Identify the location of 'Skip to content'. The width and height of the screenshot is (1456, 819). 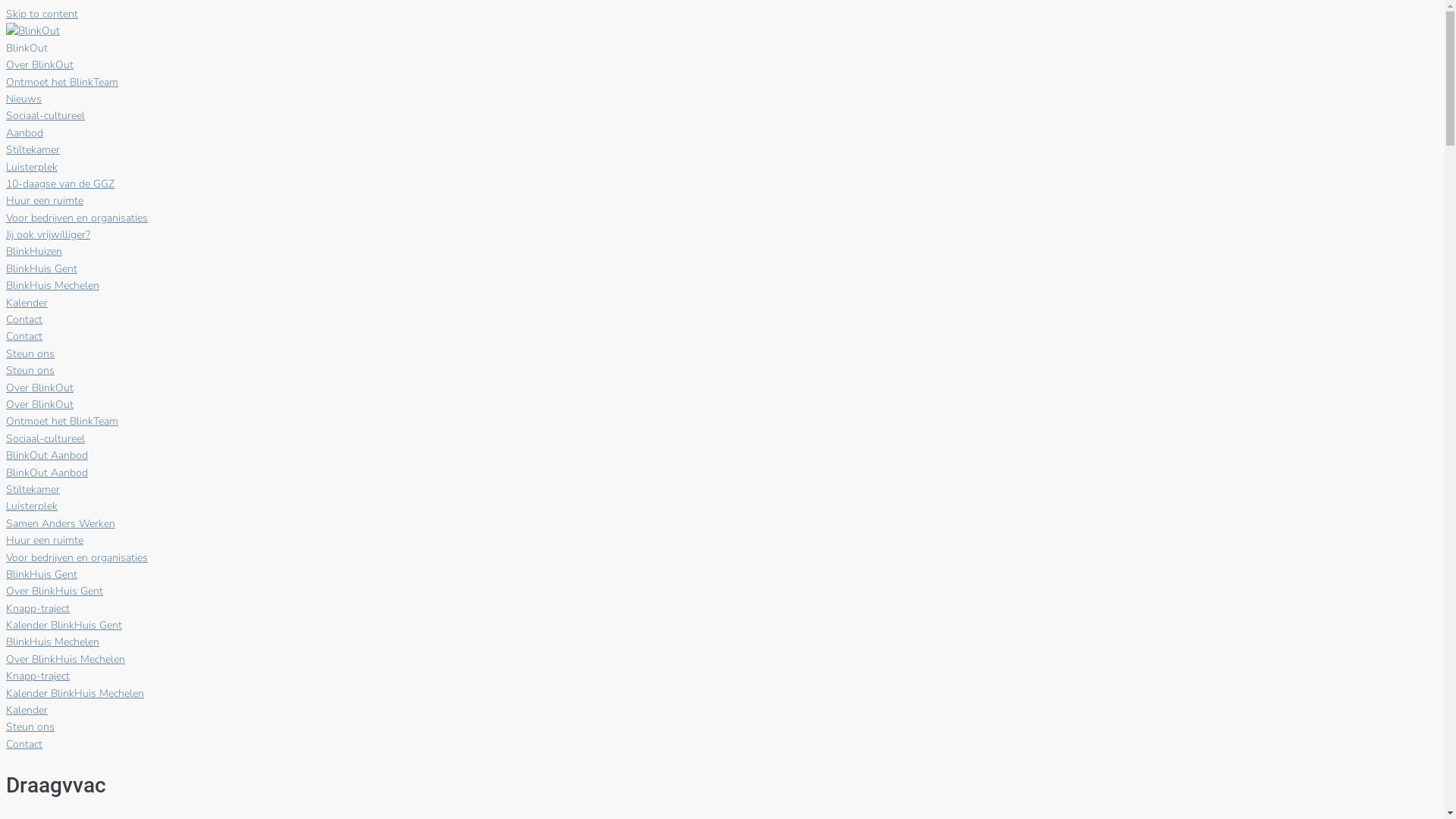
(42, 14).